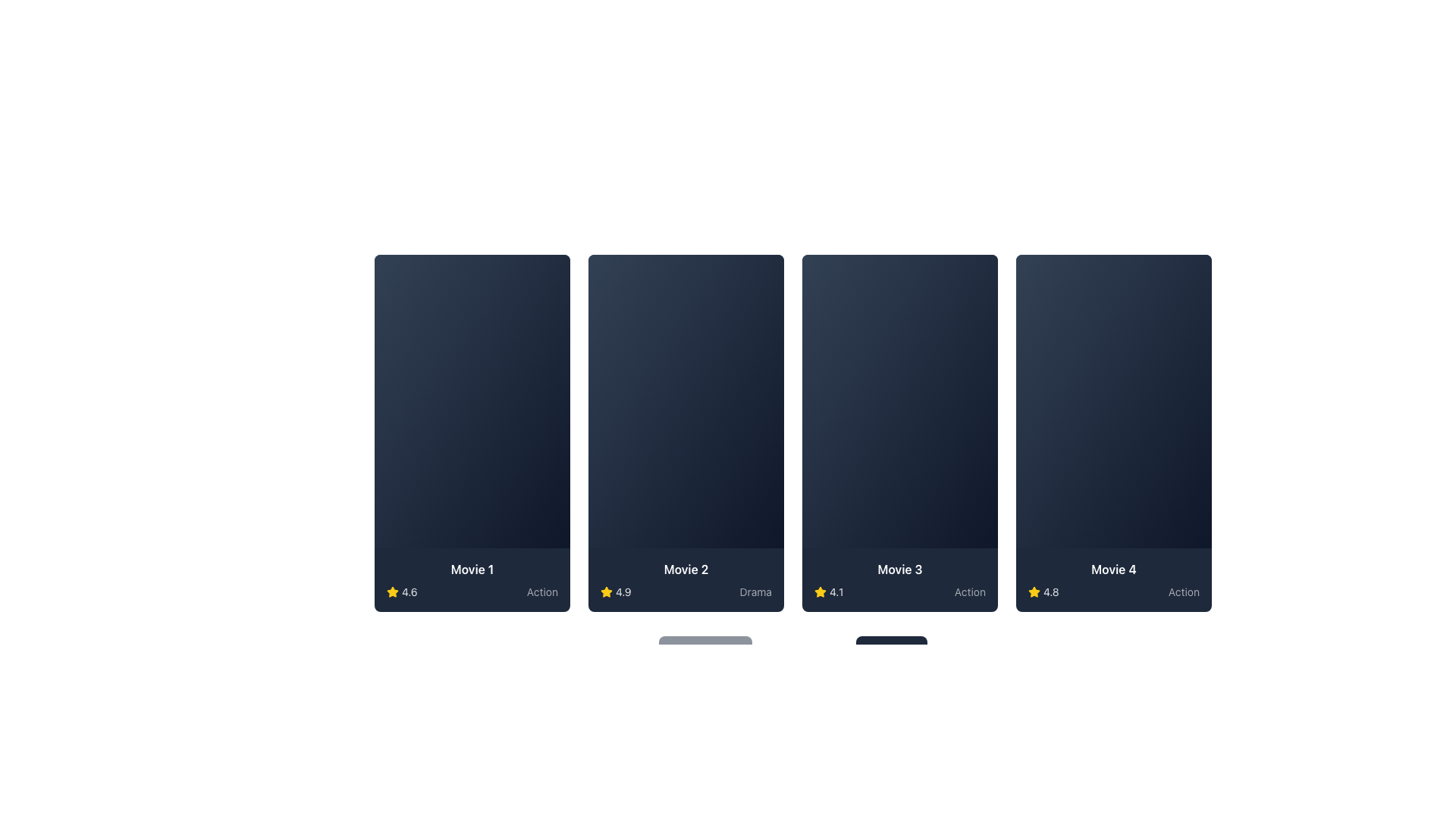  I want to click on the text label representing the genre of the media associated with the card labeled 'Movie 1', located at the bottom-right corner of the card, so click(542, 591).